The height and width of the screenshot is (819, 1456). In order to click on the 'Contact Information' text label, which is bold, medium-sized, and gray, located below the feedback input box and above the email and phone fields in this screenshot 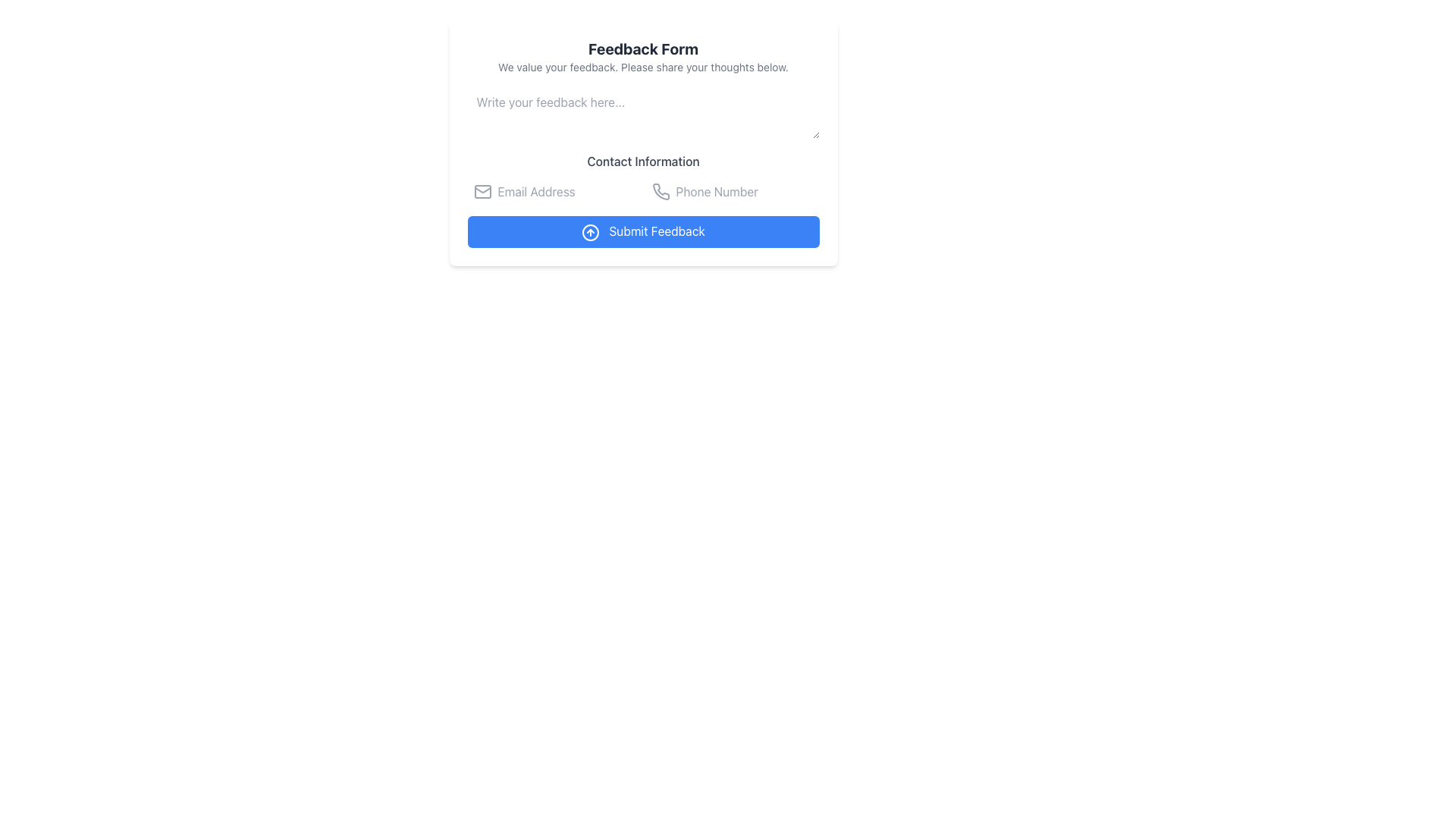, I will do `click(643, 161)`.